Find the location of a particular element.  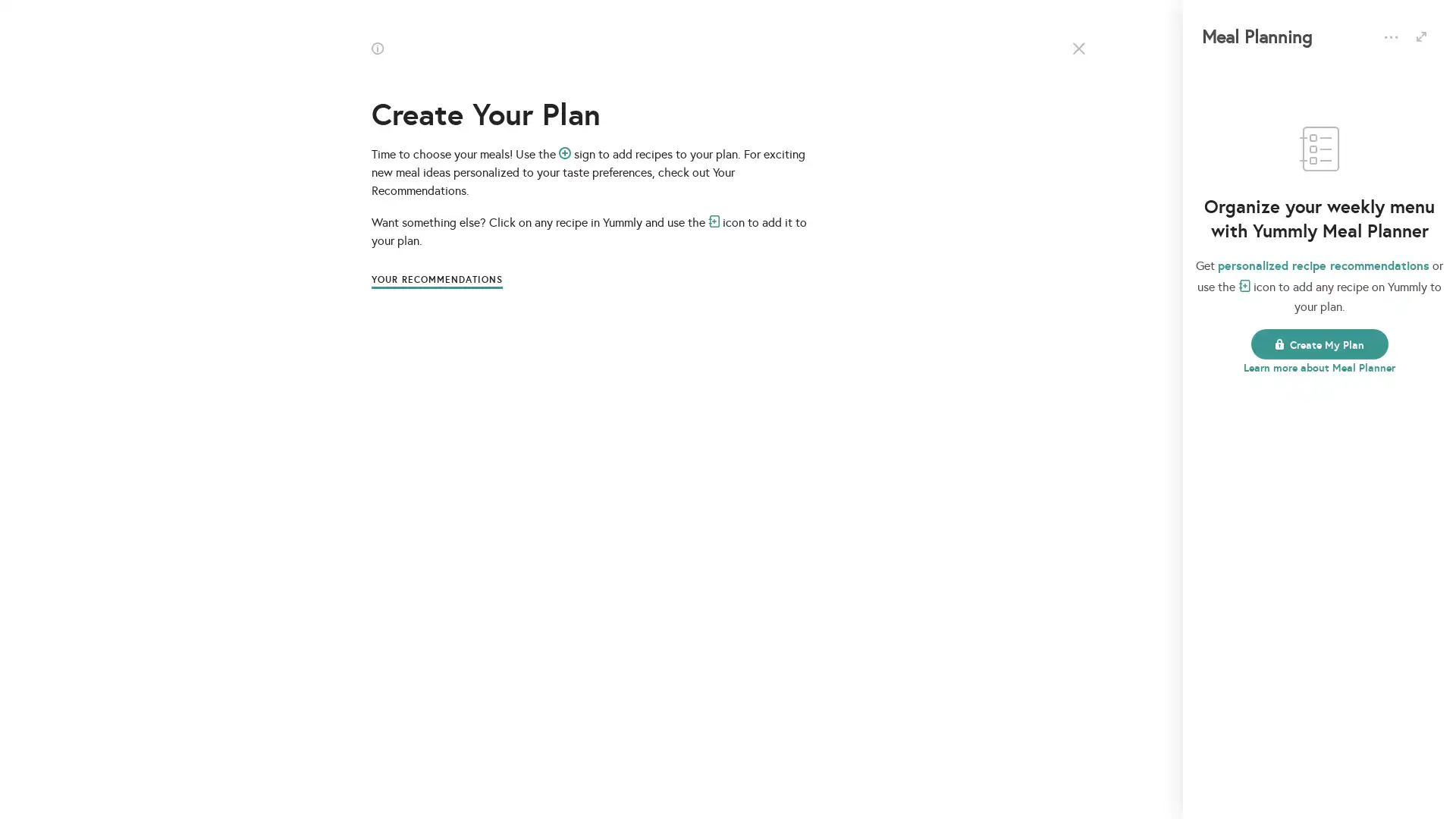

Vegan is located at coordinates (728, 433).